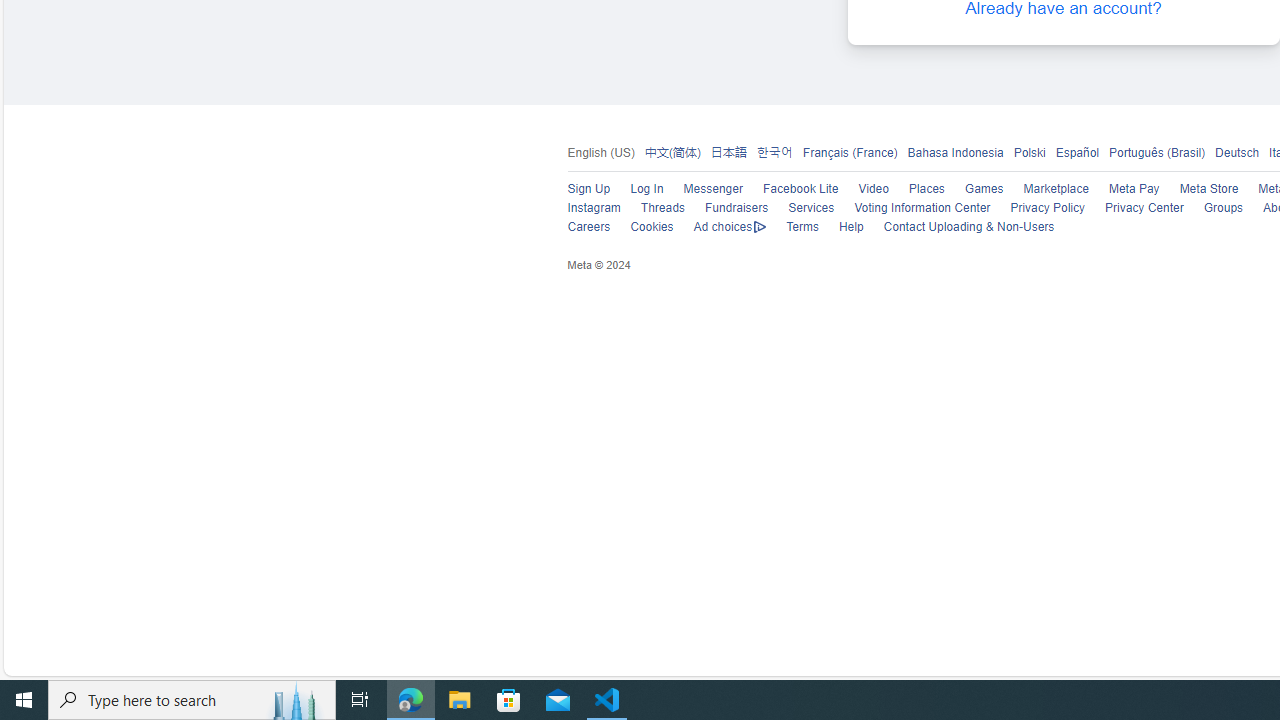 This screenshot has width=1280, height=720. Describe the element at coordinates (1055, 189) in the screenshot. I see `'Marketplace'` at that location.